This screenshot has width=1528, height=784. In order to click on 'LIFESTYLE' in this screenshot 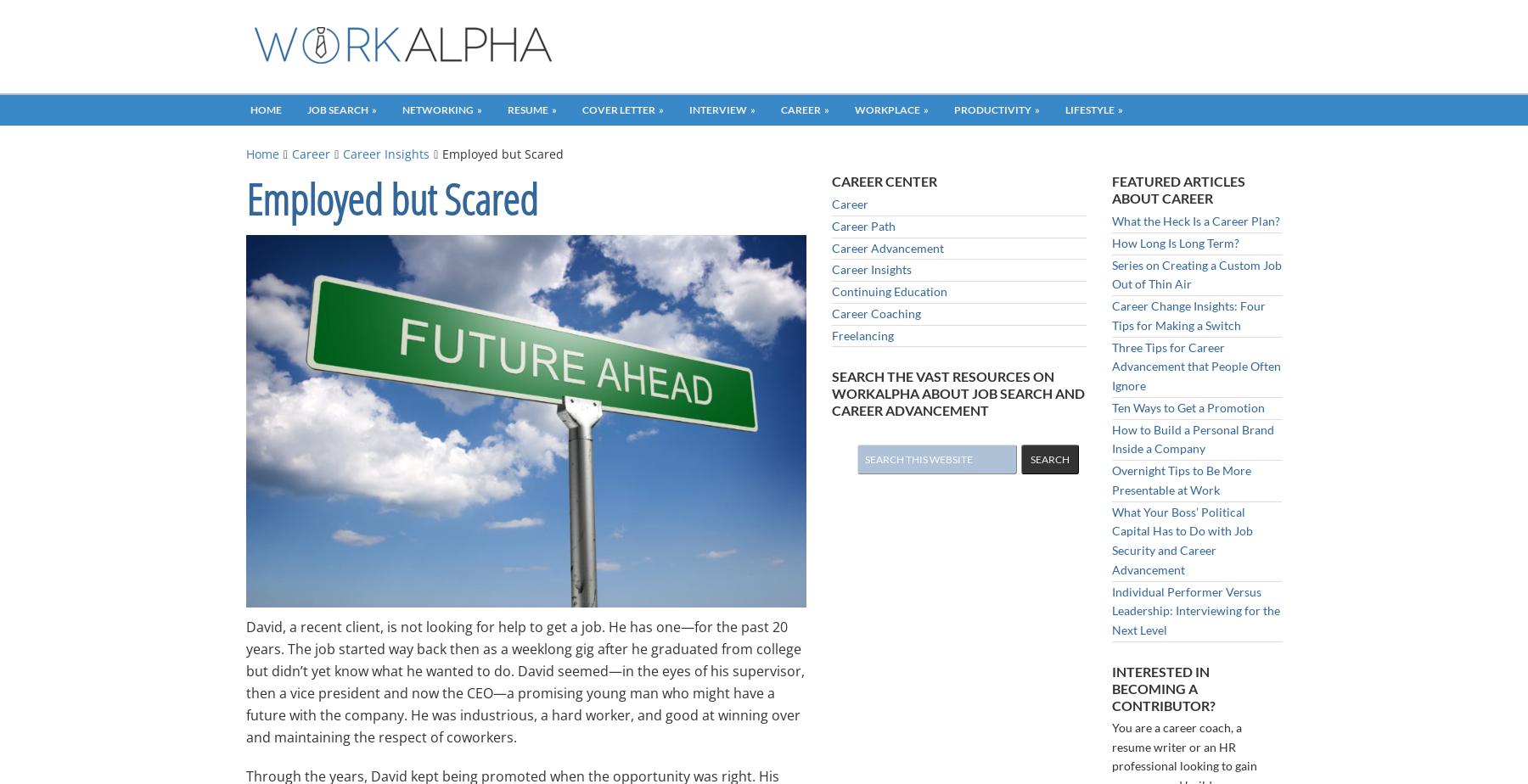, I will do `click(1089, 109)`.